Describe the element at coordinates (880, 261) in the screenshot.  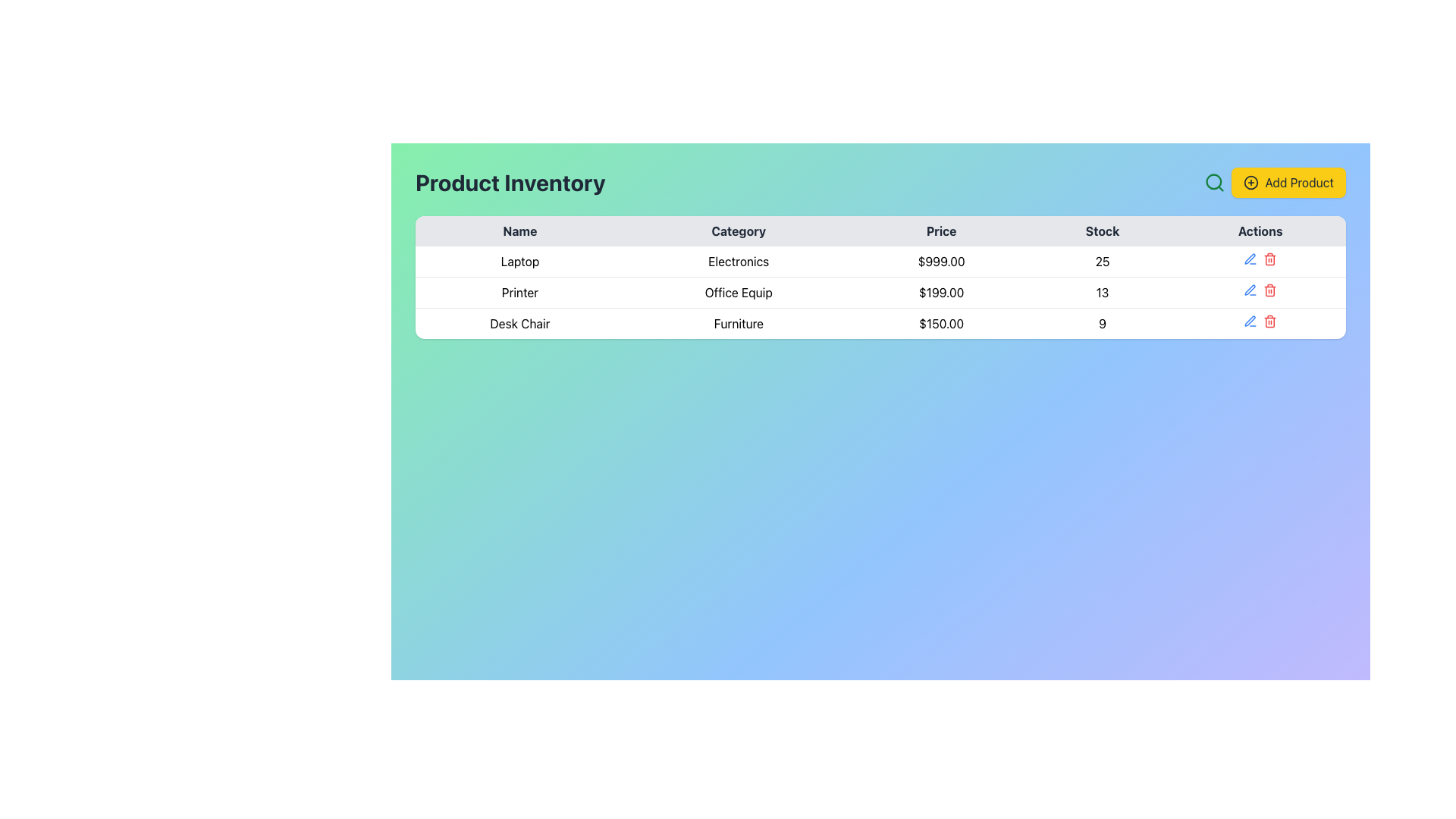
I see `the second row of the 'Product Inventory' table displaying product information including 'Laptop', 'Electronics', and '$999.00'` at that location.